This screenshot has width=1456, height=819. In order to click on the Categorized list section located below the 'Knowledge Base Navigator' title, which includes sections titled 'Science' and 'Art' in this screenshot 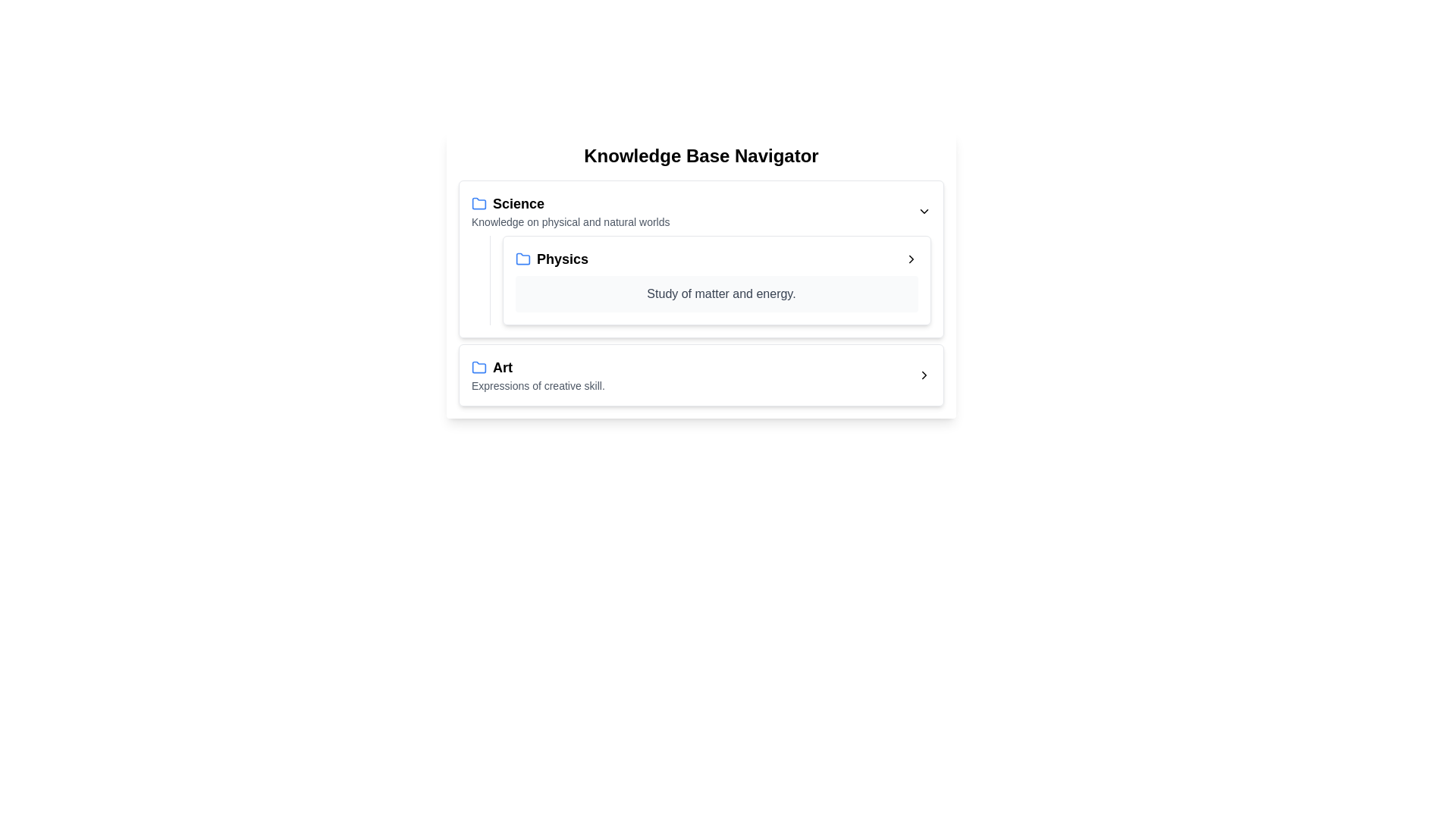, I will do `click(701, 293)`.